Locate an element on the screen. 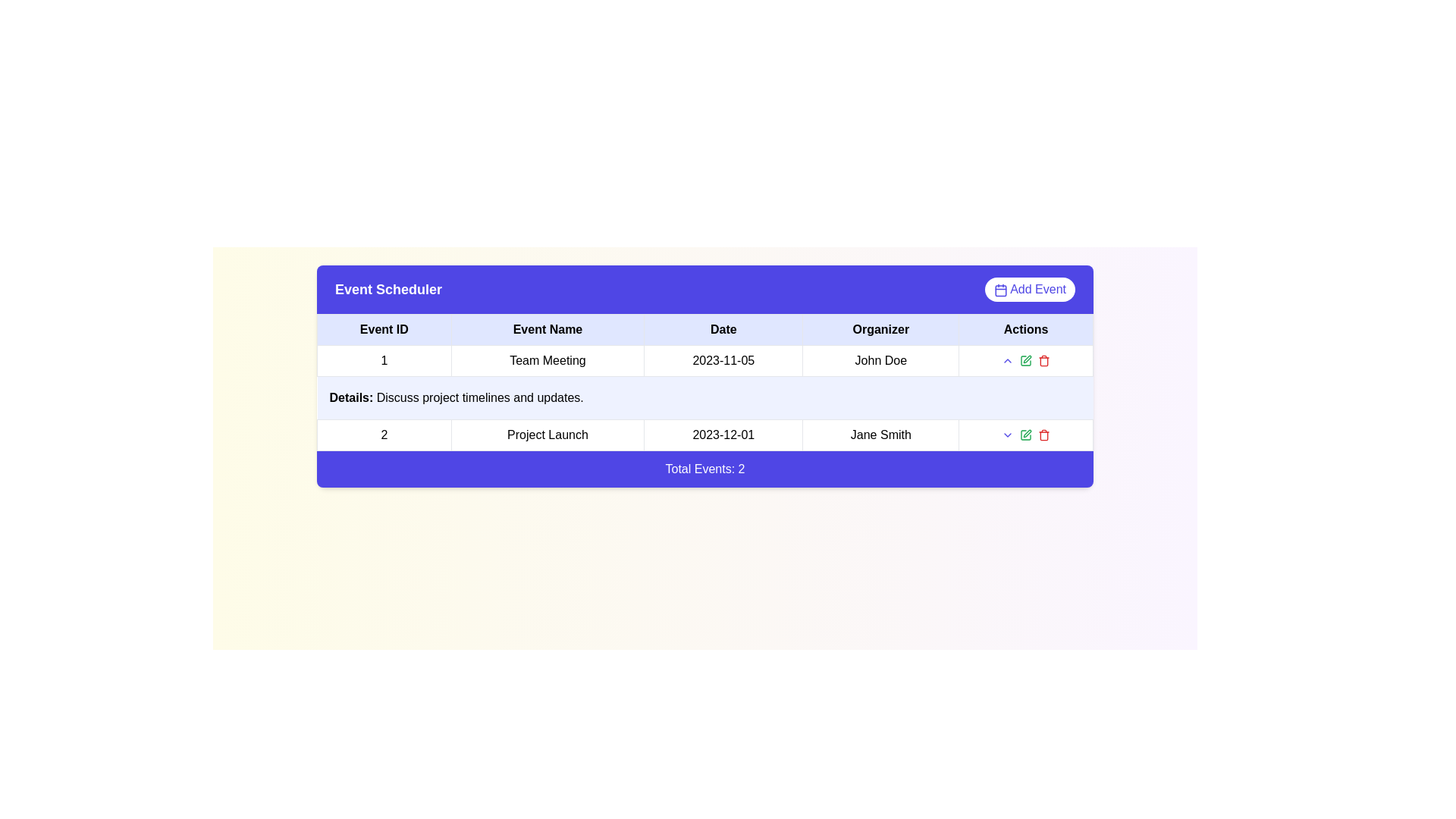 The height and width of the screenshot is (819, 1456). the edit button located in the 'Actions' column of the second data row in the table to enter edit mode is located at coordinates (1027, 433).